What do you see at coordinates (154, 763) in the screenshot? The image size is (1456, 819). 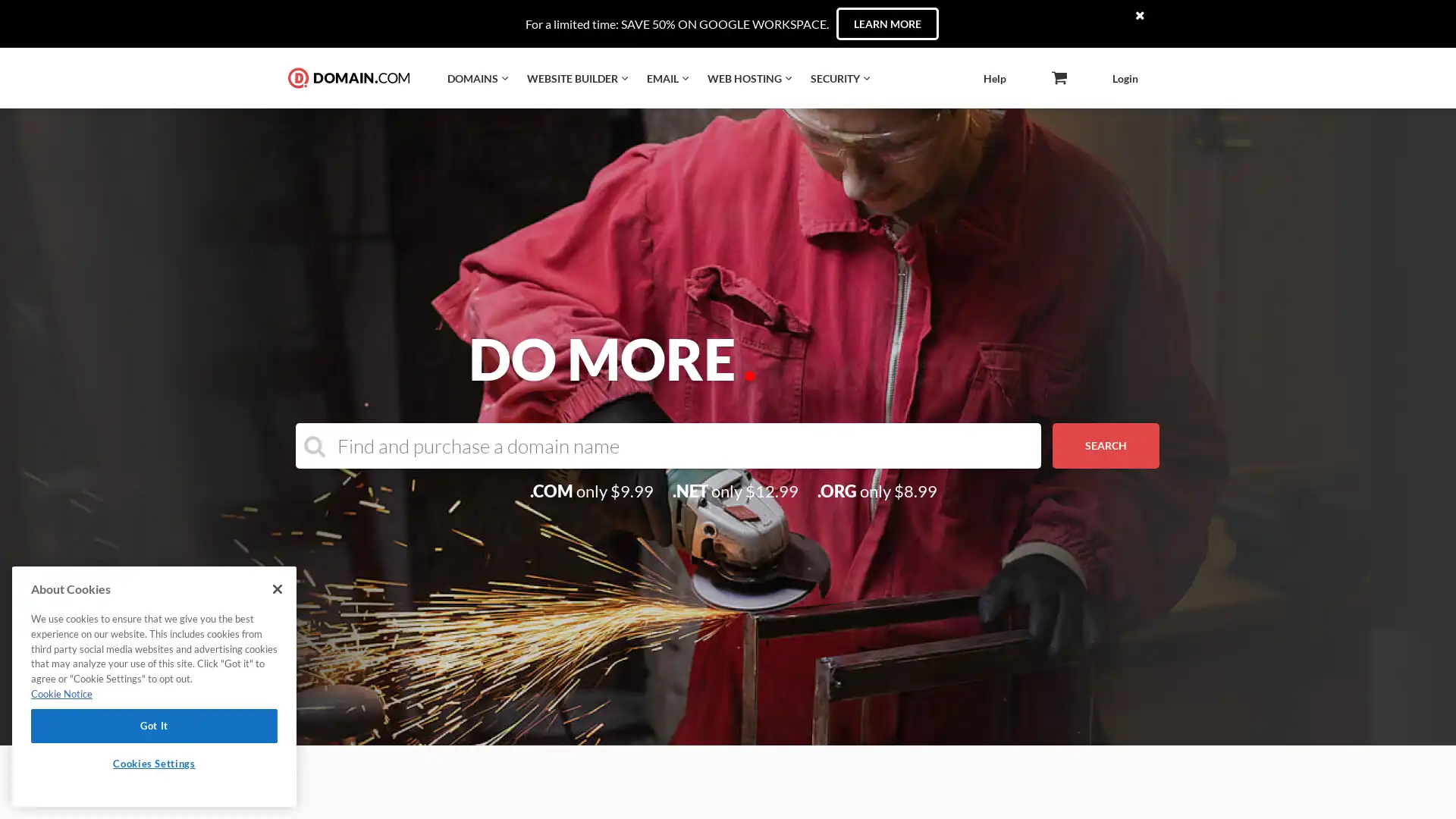 I see `Cookies Settings` at bounding box center [154, 763].